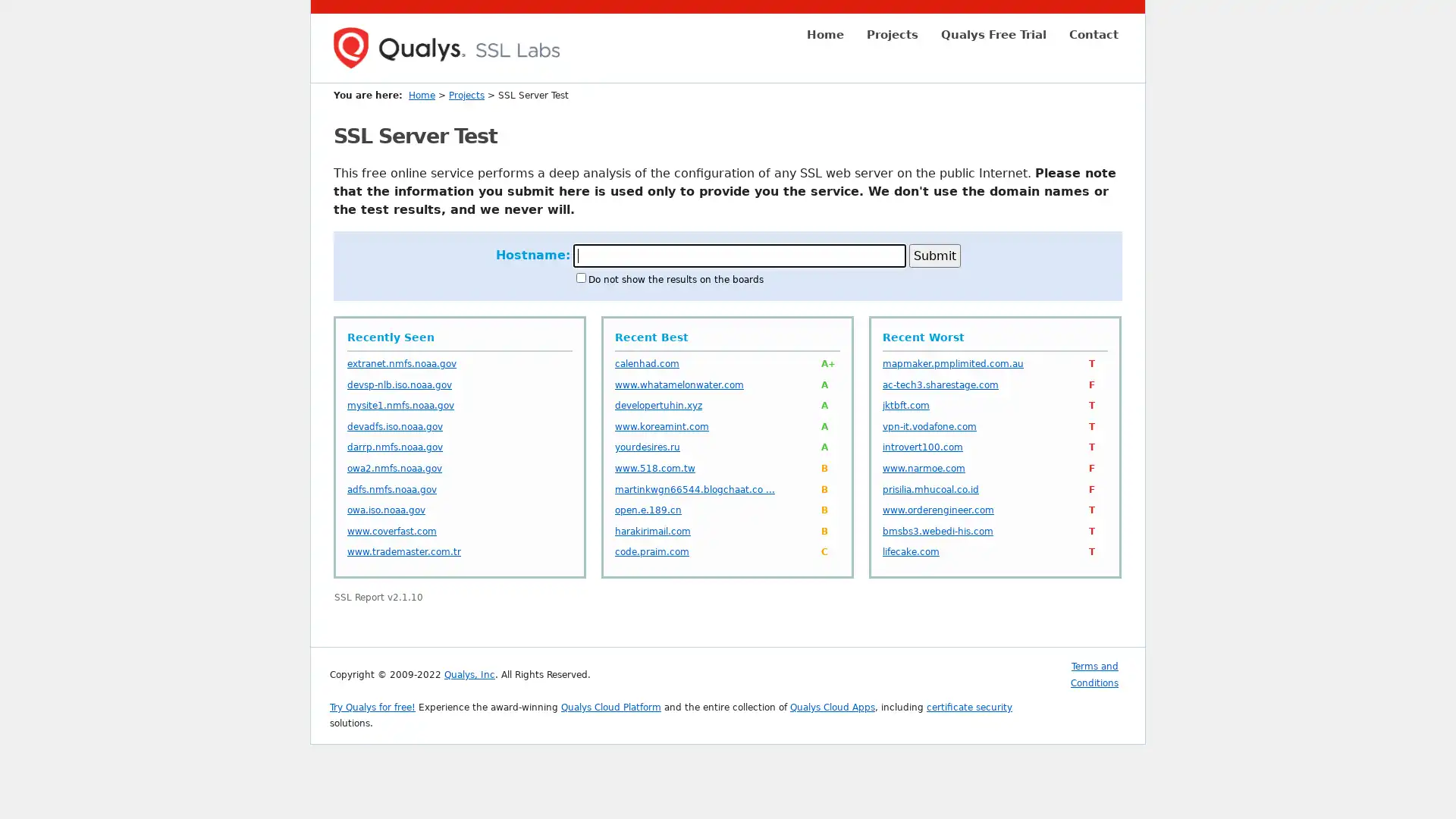  Describe the element at coordinates (934, 254) in the screenshot. I see `Submit` at that location.